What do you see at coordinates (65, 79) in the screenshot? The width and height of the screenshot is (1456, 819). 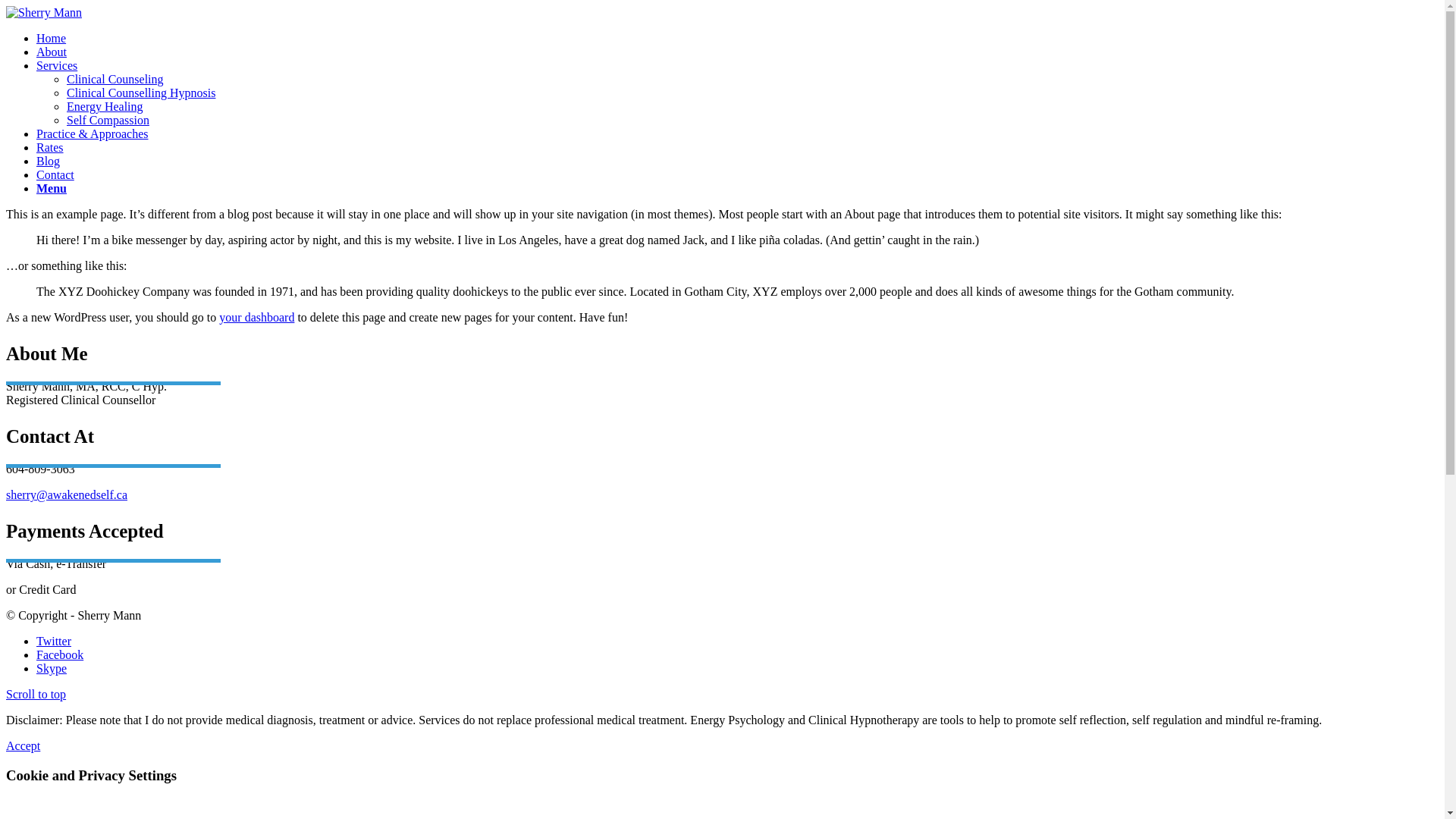 I see `'Clinical Counseling'` at bounding box center [65, 79].